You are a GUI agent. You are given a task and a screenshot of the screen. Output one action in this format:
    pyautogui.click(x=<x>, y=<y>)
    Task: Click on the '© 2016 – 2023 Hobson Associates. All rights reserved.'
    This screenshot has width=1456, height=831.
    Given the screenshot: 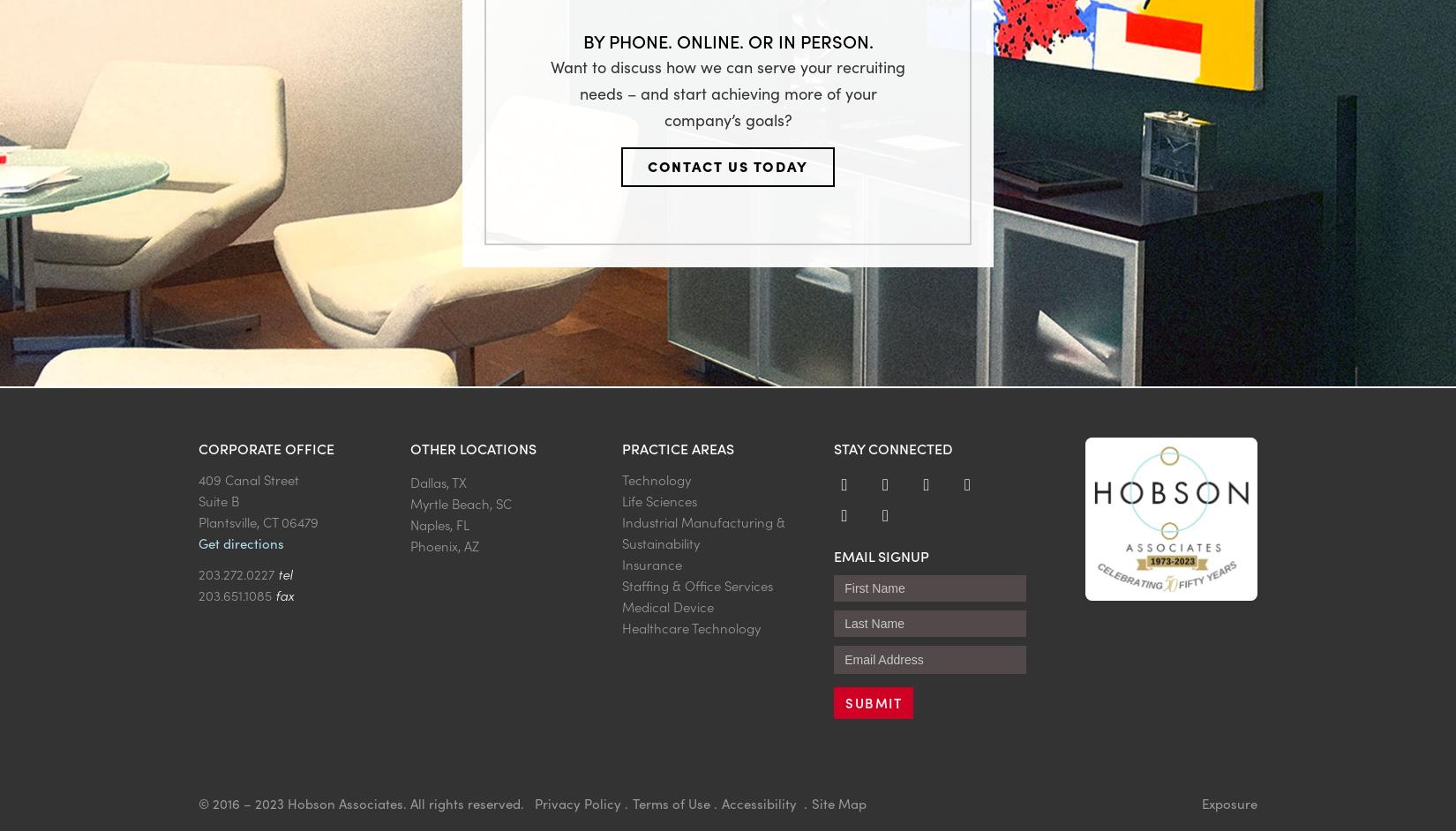 What is the action you would take?
    pyautogui.click(x=363, y=801)
    